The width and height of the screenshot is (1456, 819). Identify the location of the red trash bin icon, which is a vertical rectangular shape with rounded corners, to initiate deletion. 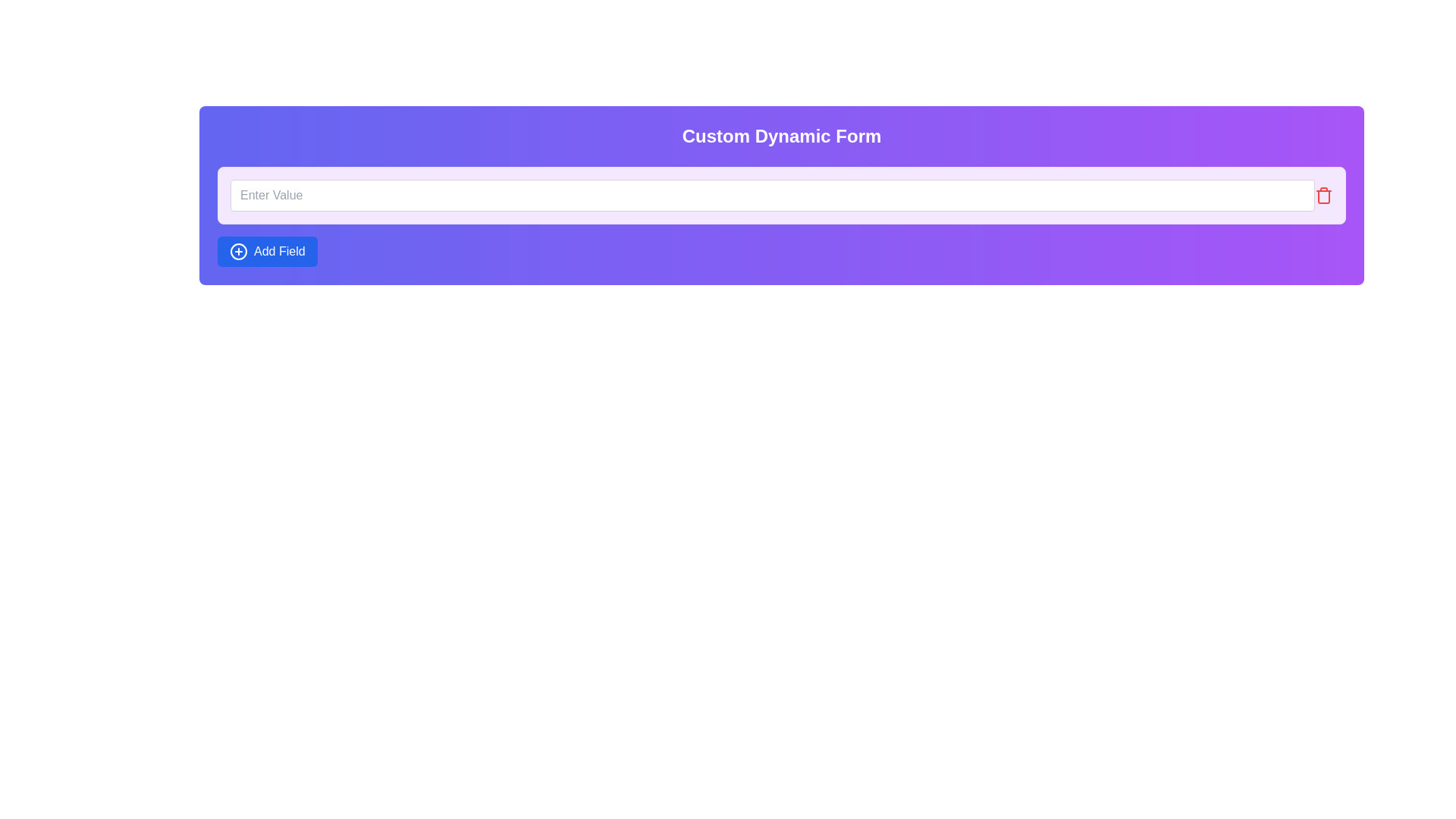
(1323, 196).